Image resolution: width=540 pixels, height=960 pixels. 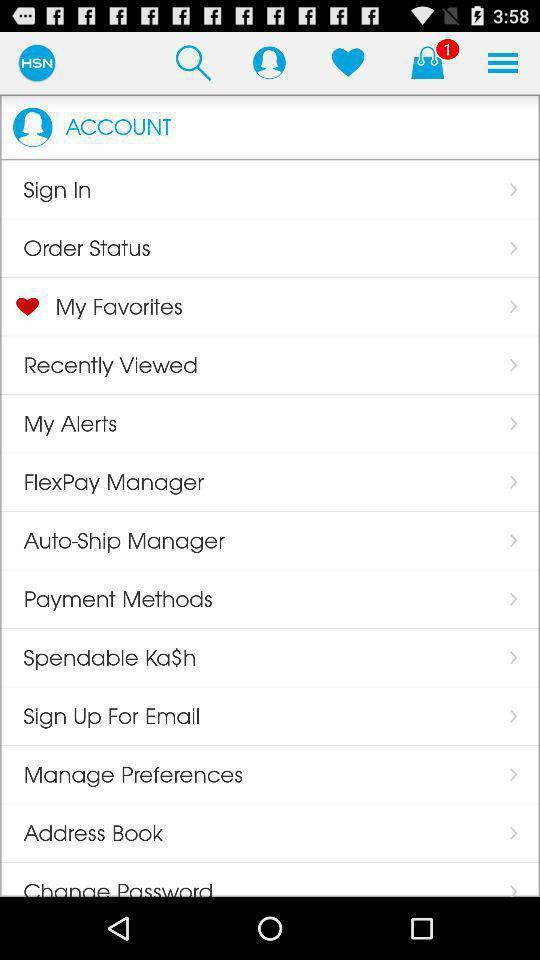 What do you see at coordinates (347, 62) in the screenshot?
I see `liked items` at bounding box center [347, 62].